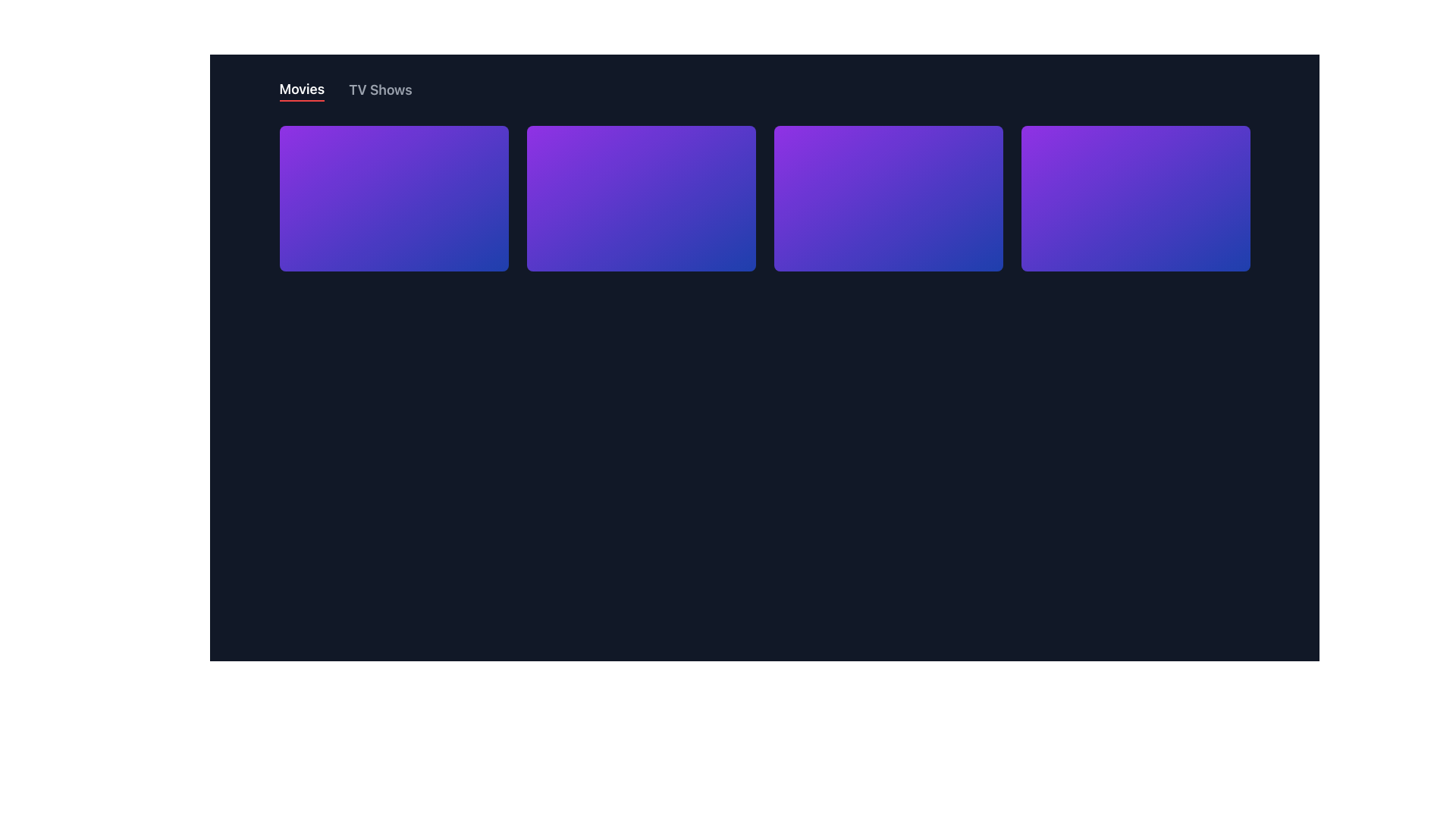 This screenshot has height=819, width=1456. I want to click on the informational section with interactive buttons for a movie, located in the upper row, third column of the grid layout, so click(888, 222).